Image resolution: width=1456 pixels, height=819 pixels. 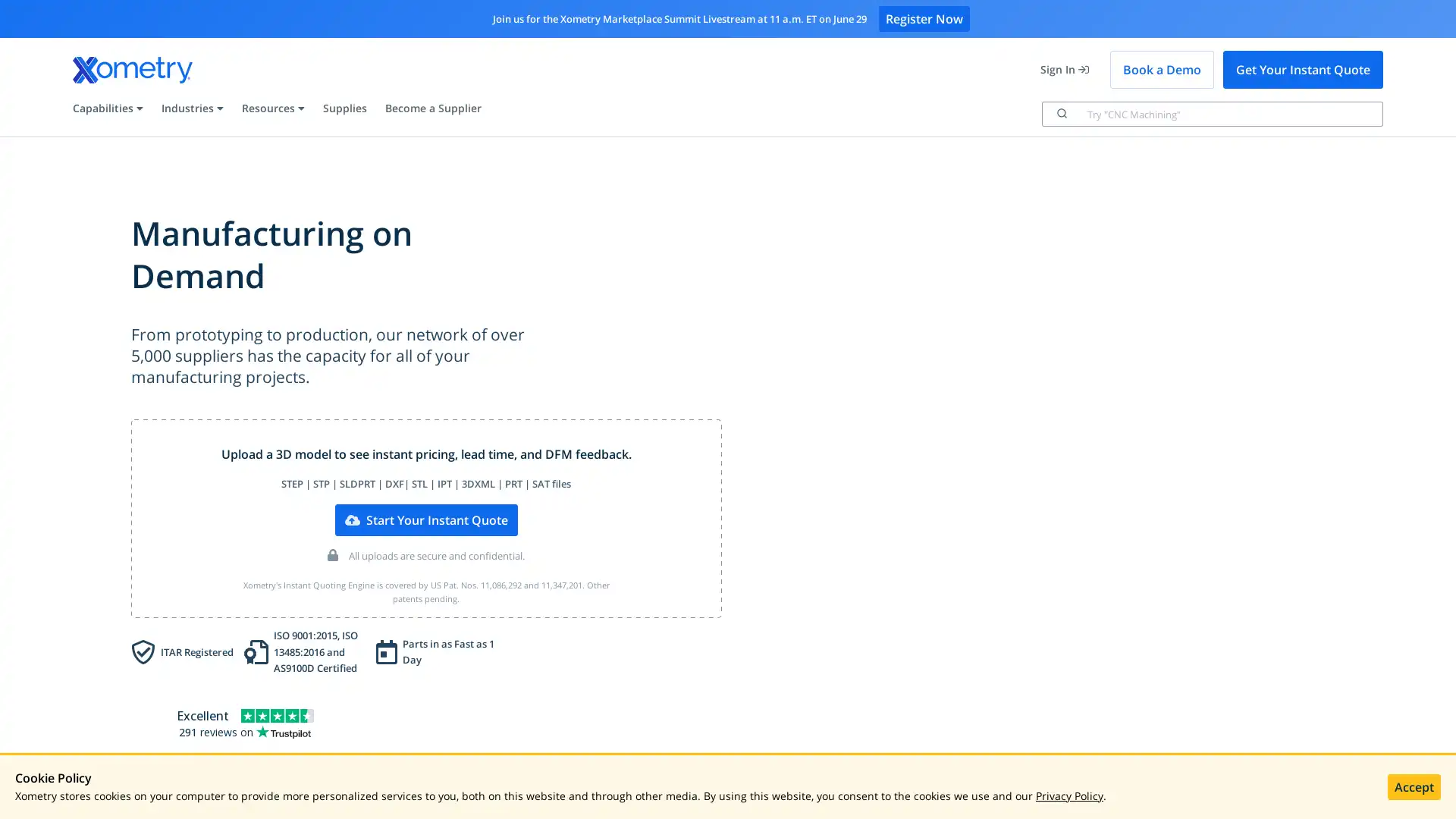 What do you see at coordinates (1059, 113) in the screenshot?
I see `Submit` at bounding box center [1059, 113].